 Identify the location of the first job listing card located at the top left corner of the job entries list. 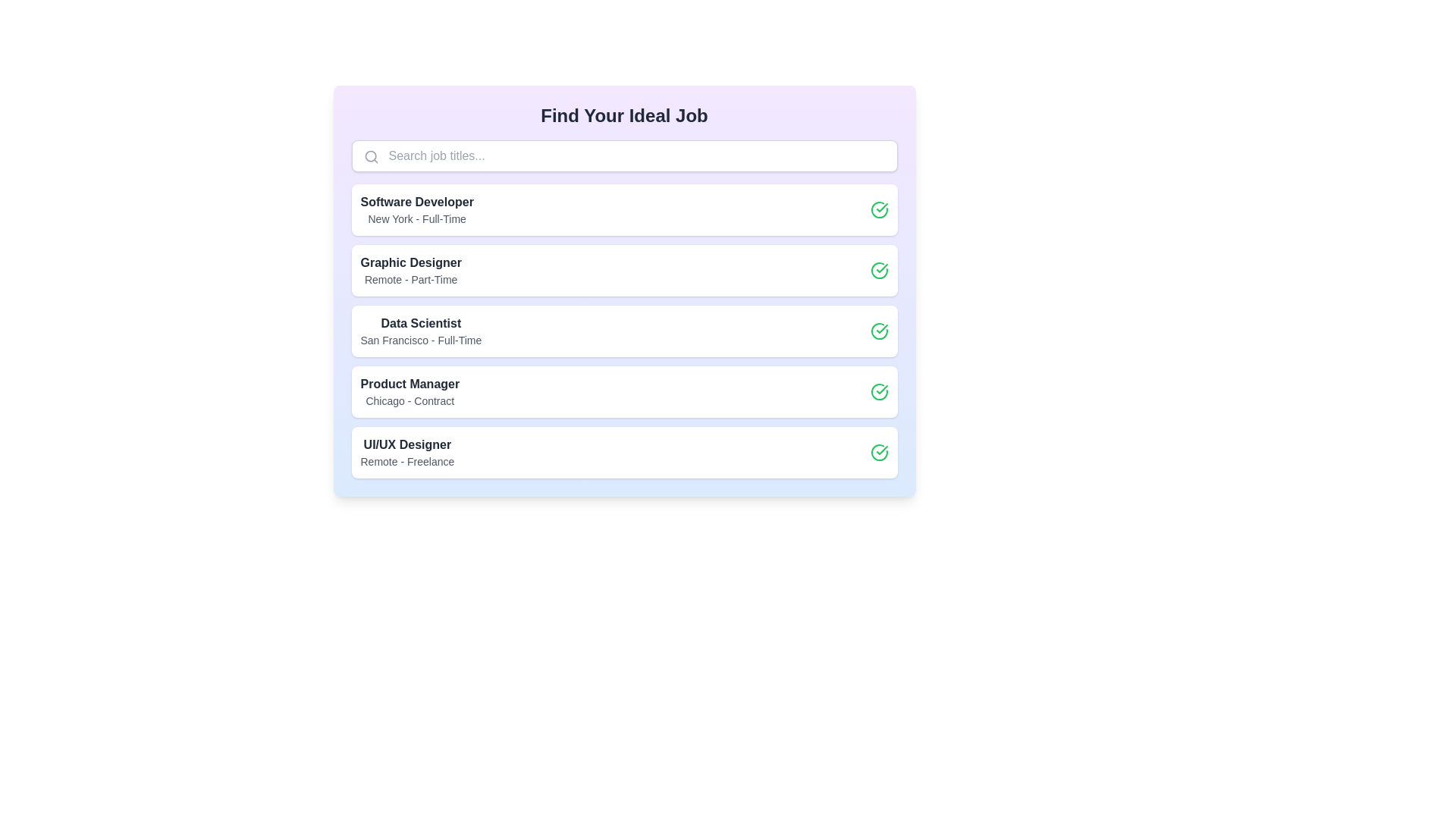
(417, 210).